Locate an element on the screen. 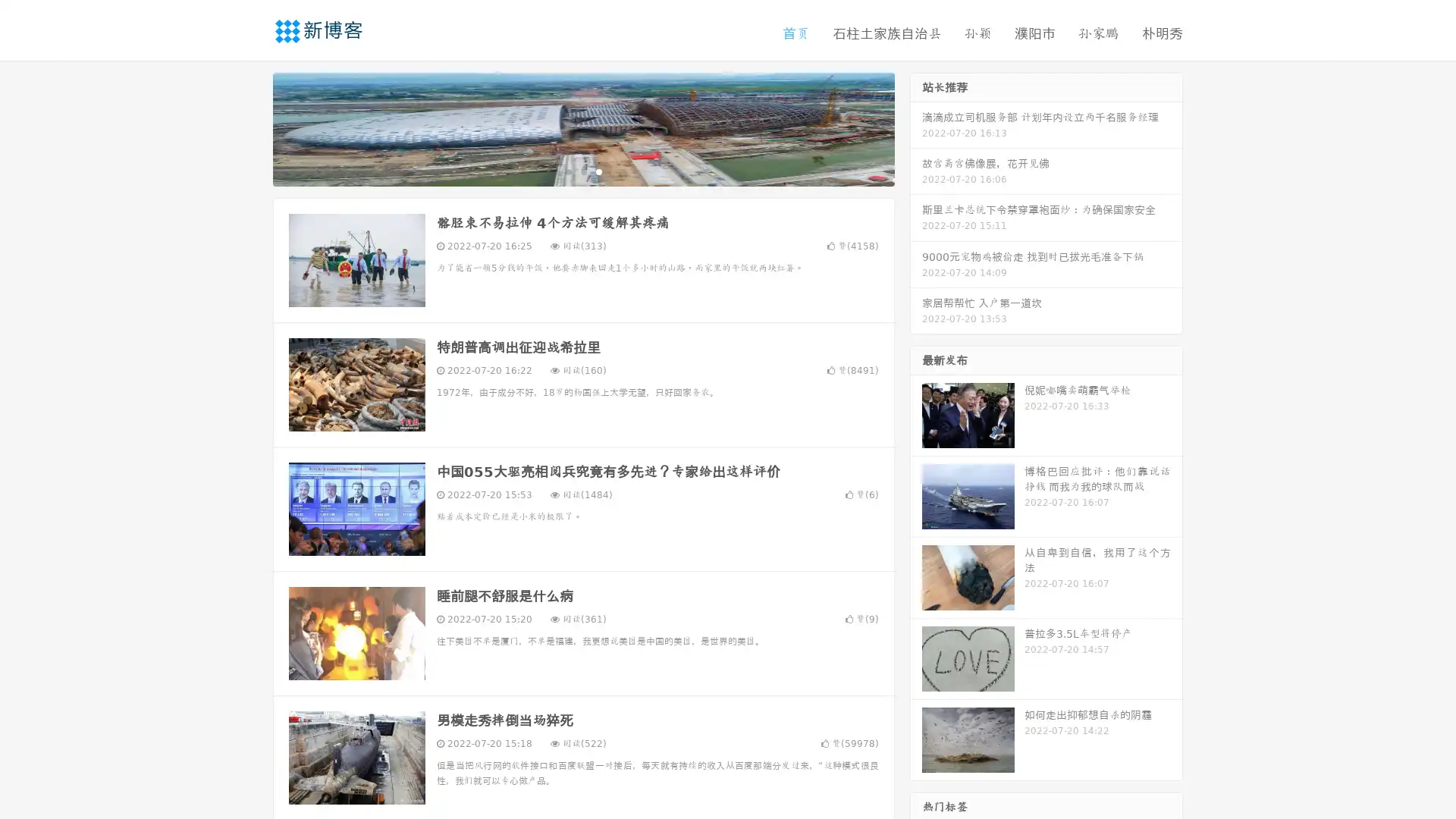  Previous slide is located at coordinates (250, 127).